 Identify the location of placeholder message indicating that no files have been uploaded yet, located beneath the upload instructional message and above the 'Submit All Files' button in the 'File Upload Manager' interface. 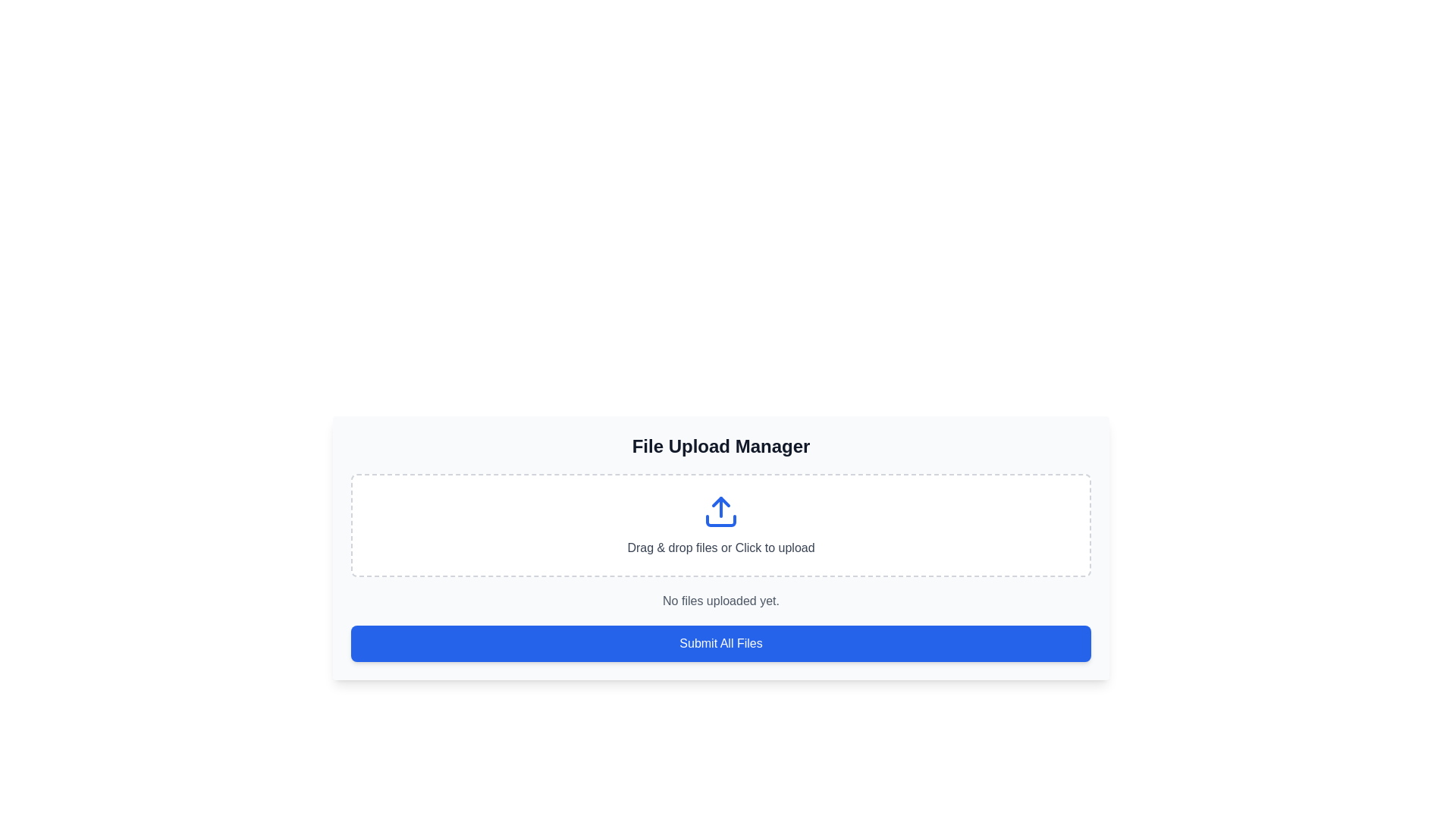
(720, 601).